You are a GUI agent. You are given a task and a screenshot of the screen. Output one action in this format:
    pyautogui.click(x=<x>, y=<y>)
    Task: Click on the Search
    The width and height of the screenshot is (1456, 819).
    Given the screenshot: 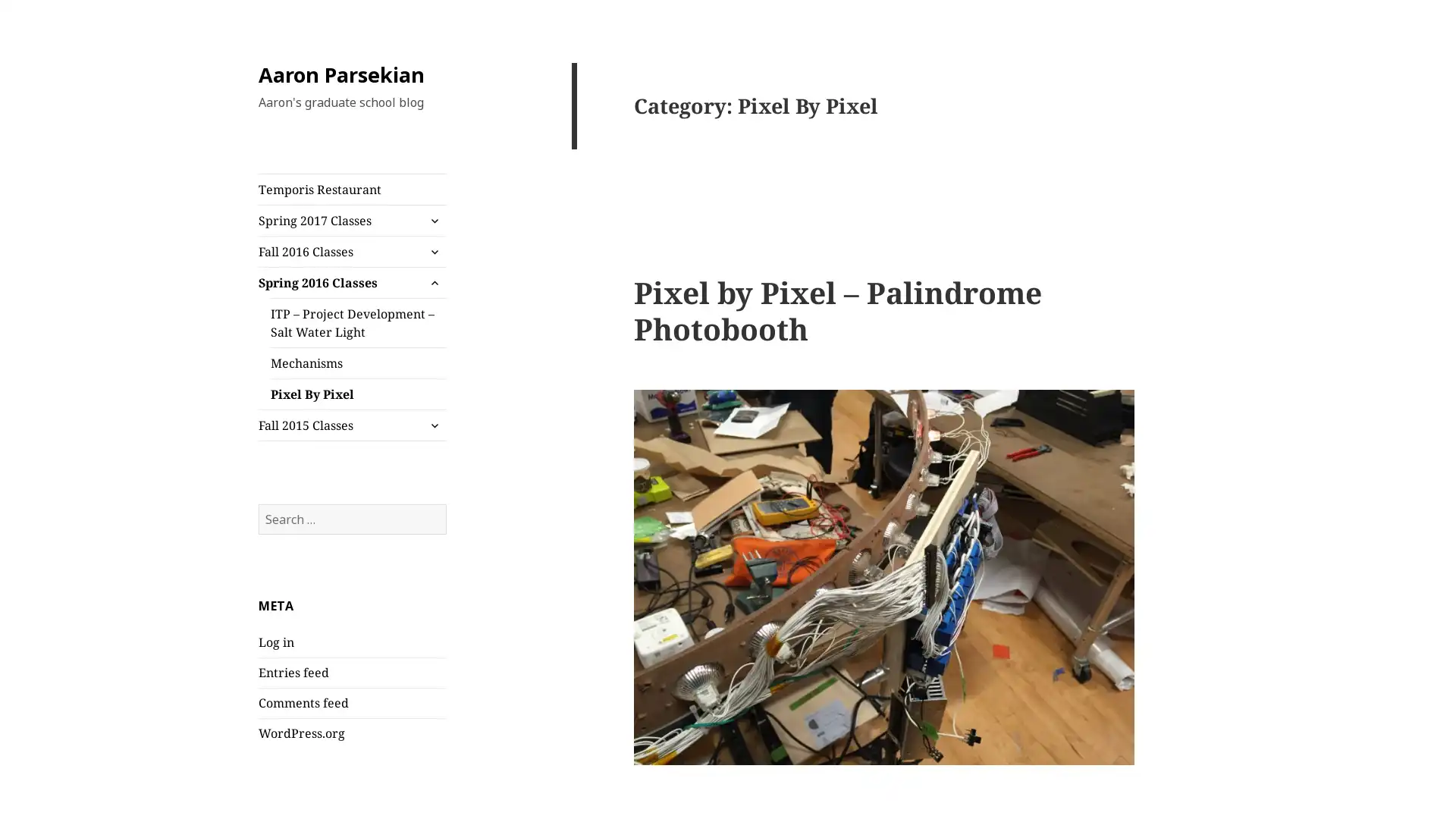 What is the action you would take?
    pyautogui.click(x=444, y=503)
    